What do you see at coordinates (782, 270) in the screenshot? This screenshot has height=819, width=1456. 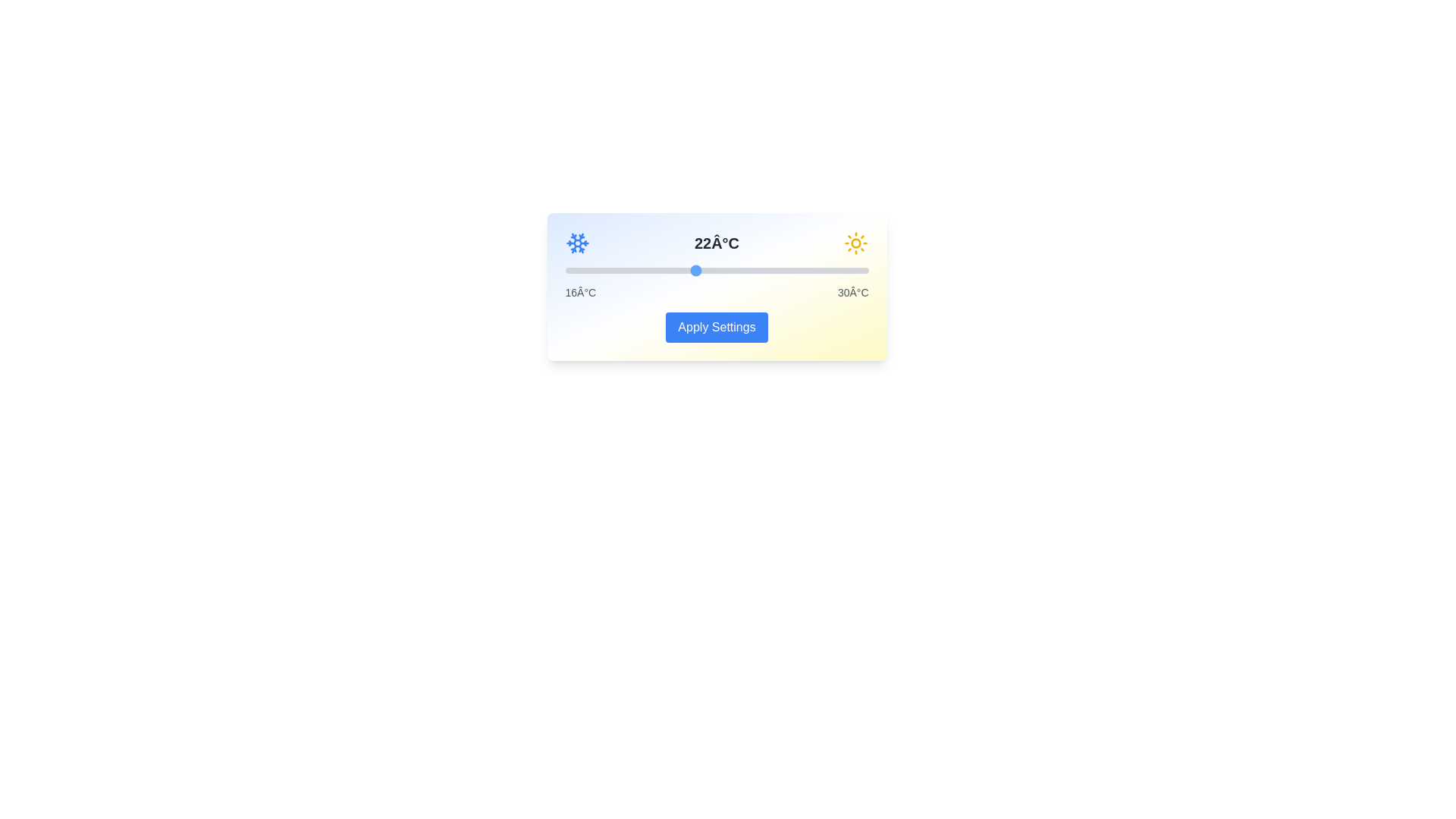 I see `the temperature slider to 26 degrees Celsius` at bounding box center [782, 270].